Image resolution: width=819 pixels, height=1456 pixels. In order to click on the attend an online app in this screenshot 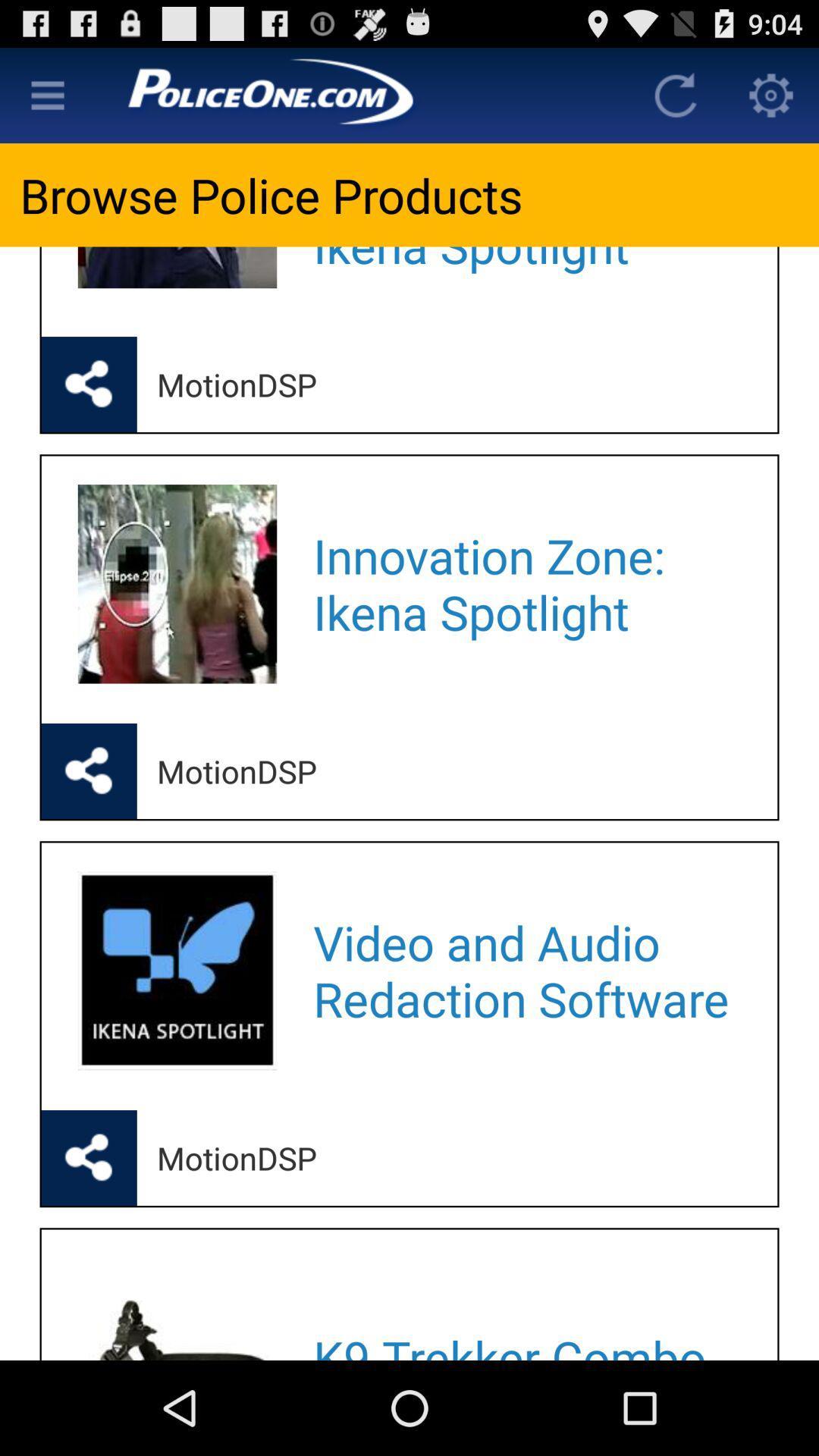, I will do `click(525, 271)`.